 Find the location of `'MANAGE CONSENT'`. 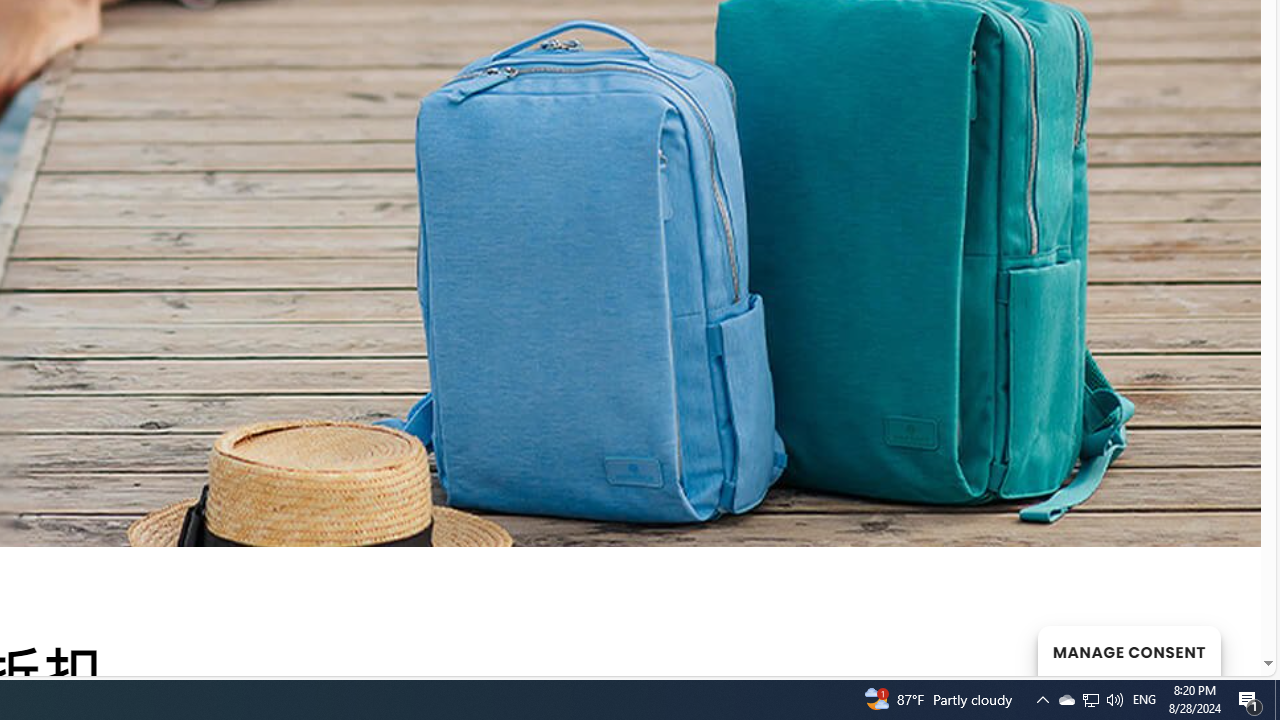

'MANAGE CONSENT' is located at coordinates (1128, 650).